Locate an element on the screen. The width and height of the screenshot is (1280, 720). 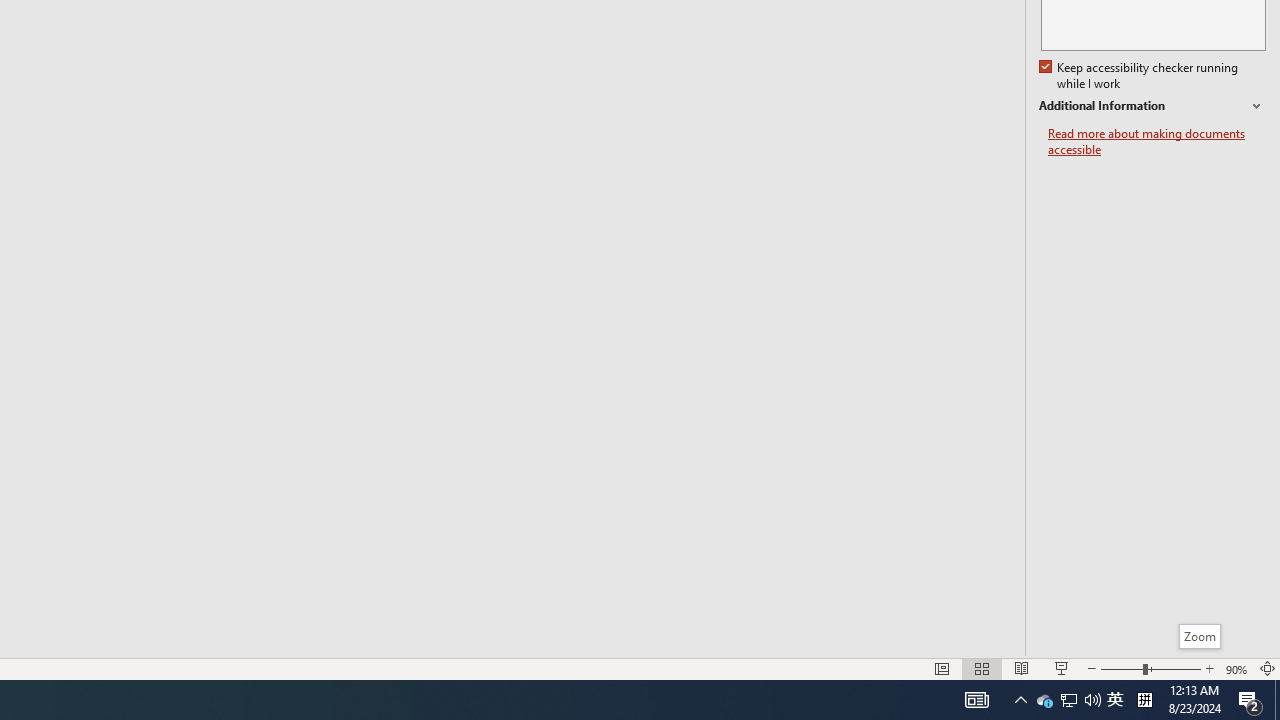
'Zoom 90%' is located at coordinates (1236, 669).